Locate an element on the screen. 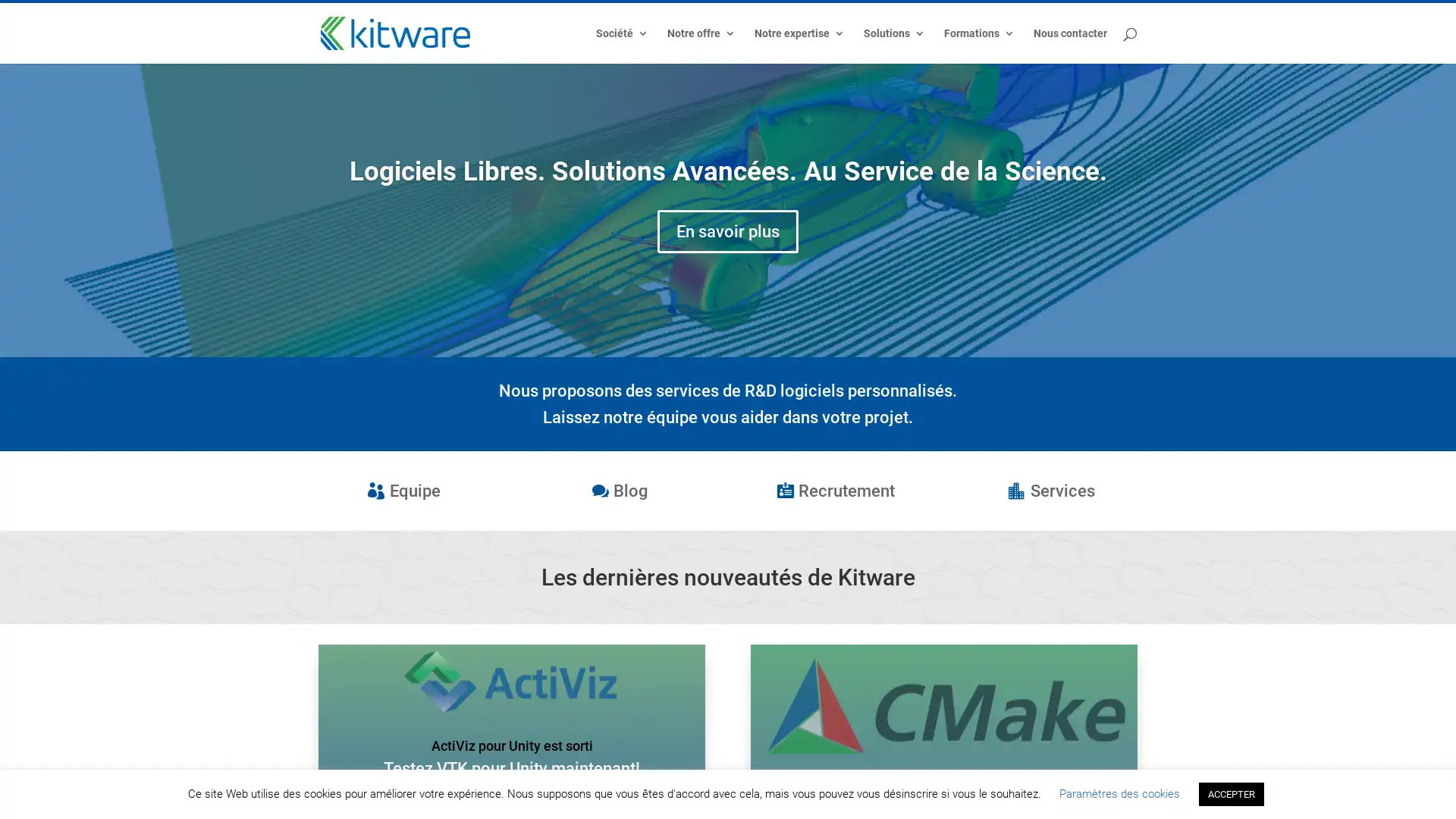 This screenshot has height=819, width=1456. ACCEPTER is located at coordinates (1231, 793).